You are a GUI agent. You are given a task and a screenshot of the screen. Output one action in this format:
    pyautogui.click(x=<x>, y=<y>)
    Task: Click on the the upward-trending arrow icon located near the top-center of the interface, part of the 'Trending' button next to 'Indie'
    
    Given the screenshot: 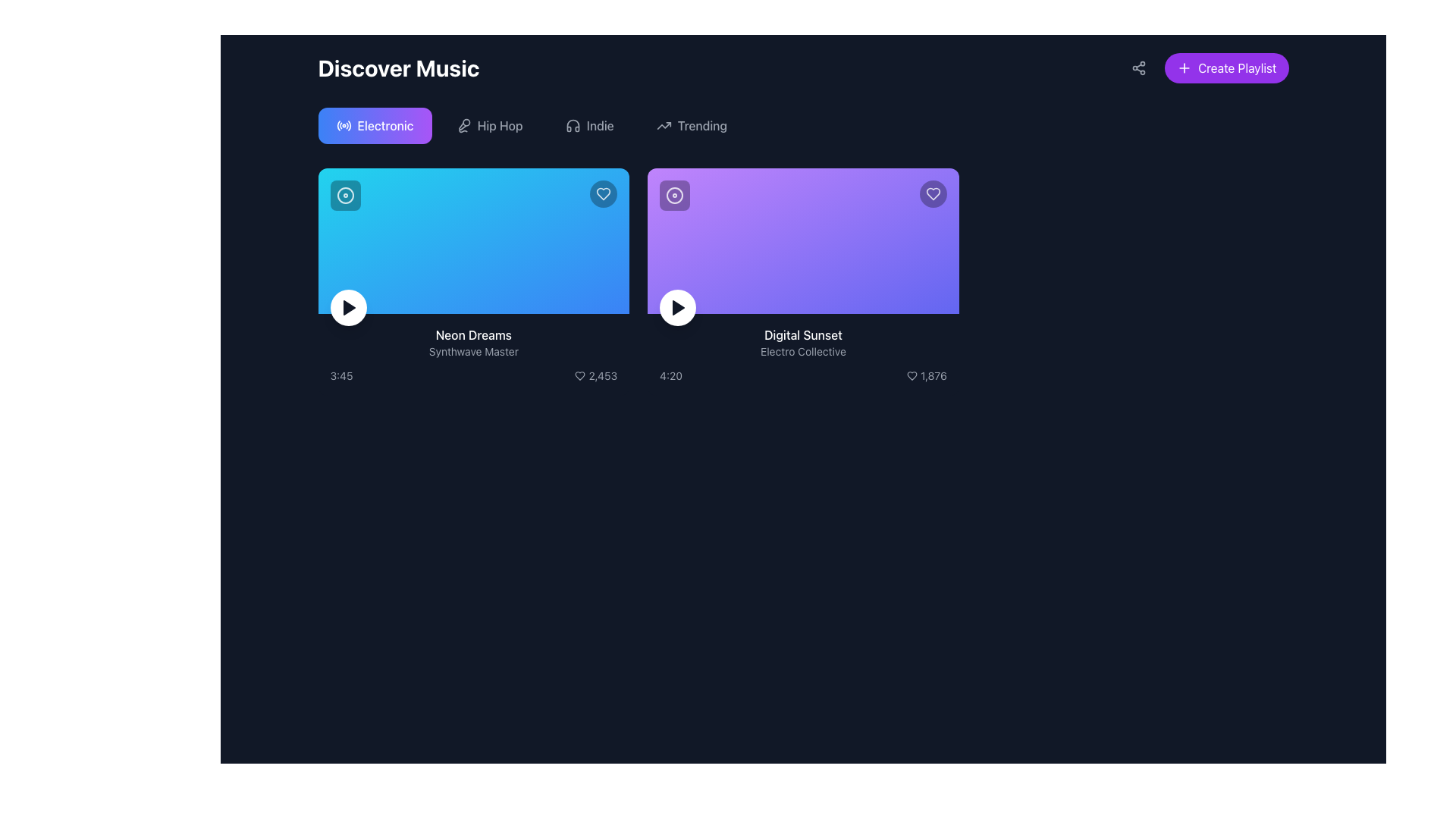 What is the action you would take?
    pyautogui.click(x=664, y=124)
    